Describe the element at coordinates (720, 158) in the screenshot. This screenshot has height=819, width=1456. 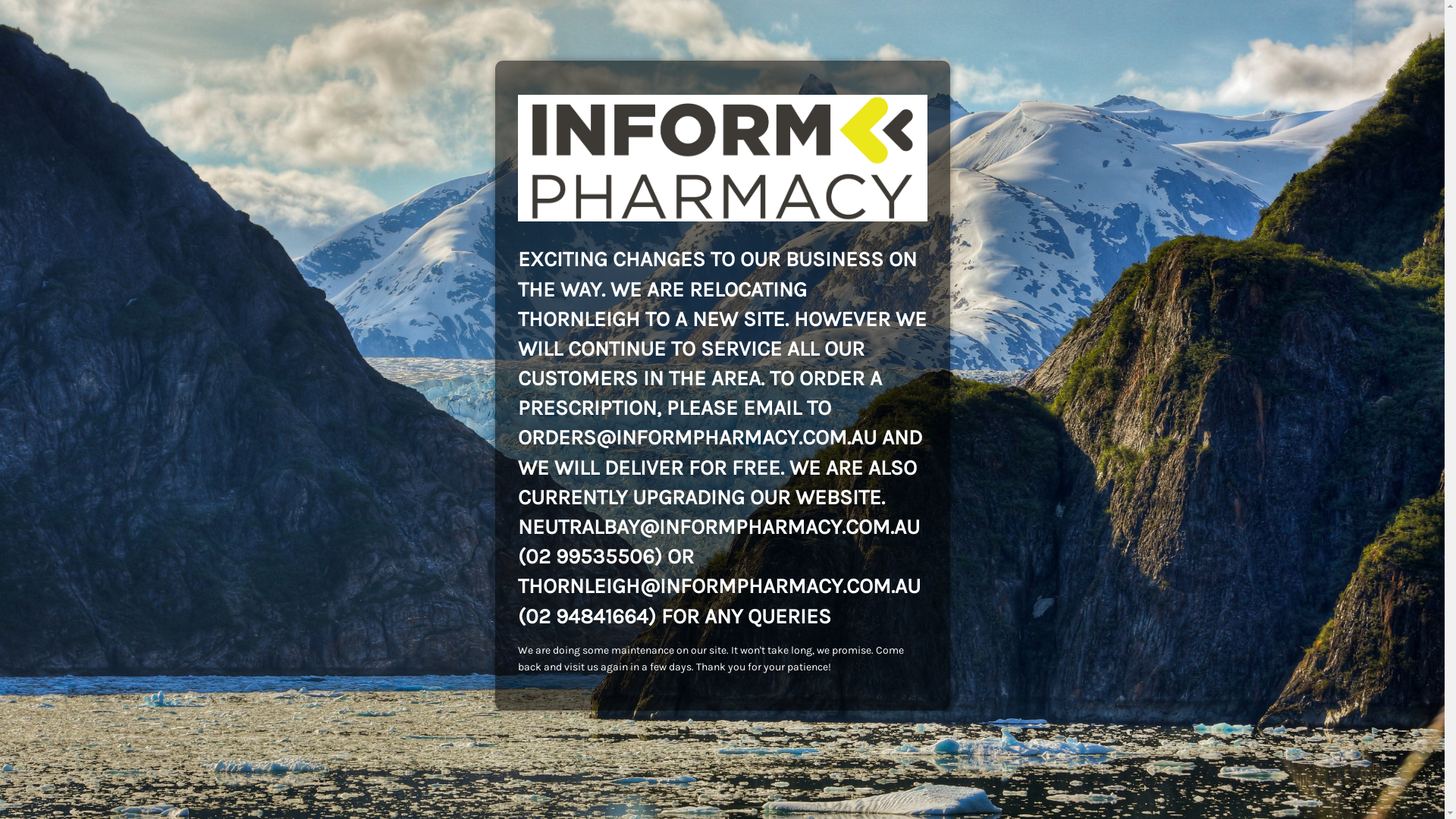
I see `'Inform Compounding Pharmacy'` at that location.